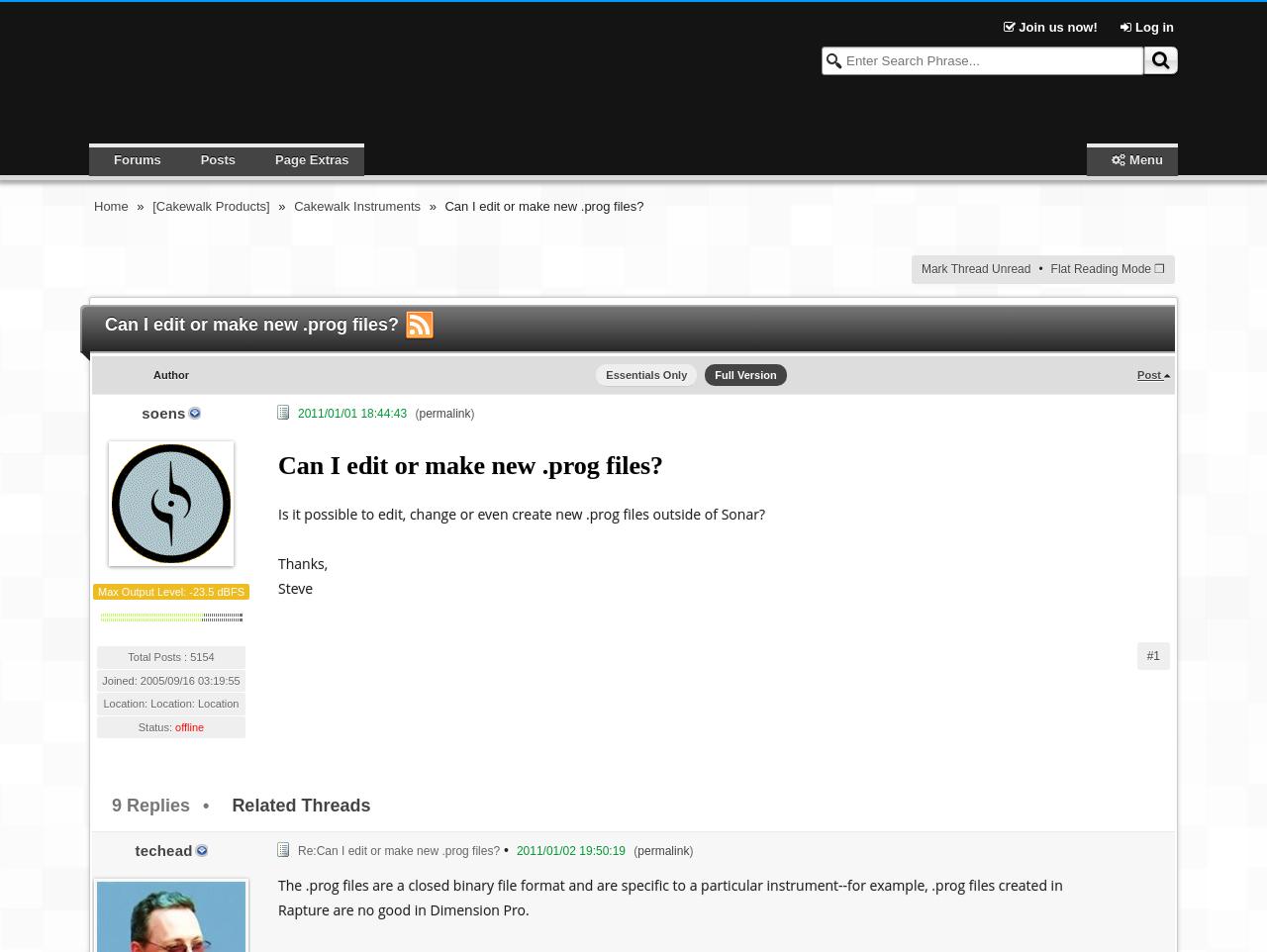 Image resolution: width=1267 pixels, height=952 pixels. I want to click on 'Re:Can I edit or make new .prog files?', so click(397, 851).